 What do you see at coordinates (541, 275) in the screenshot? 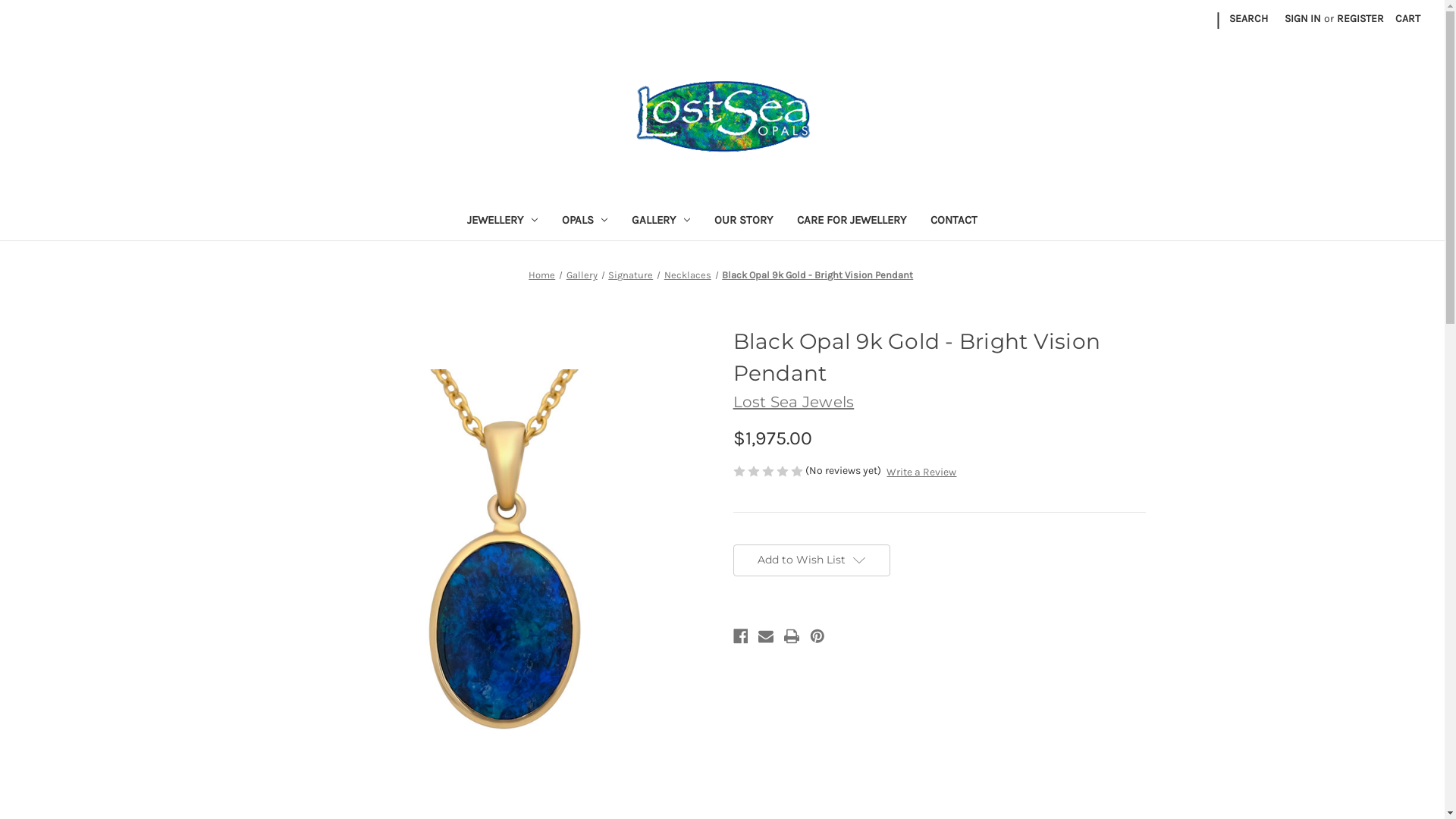
I see `'Home'` at bounding box center [541, 275].